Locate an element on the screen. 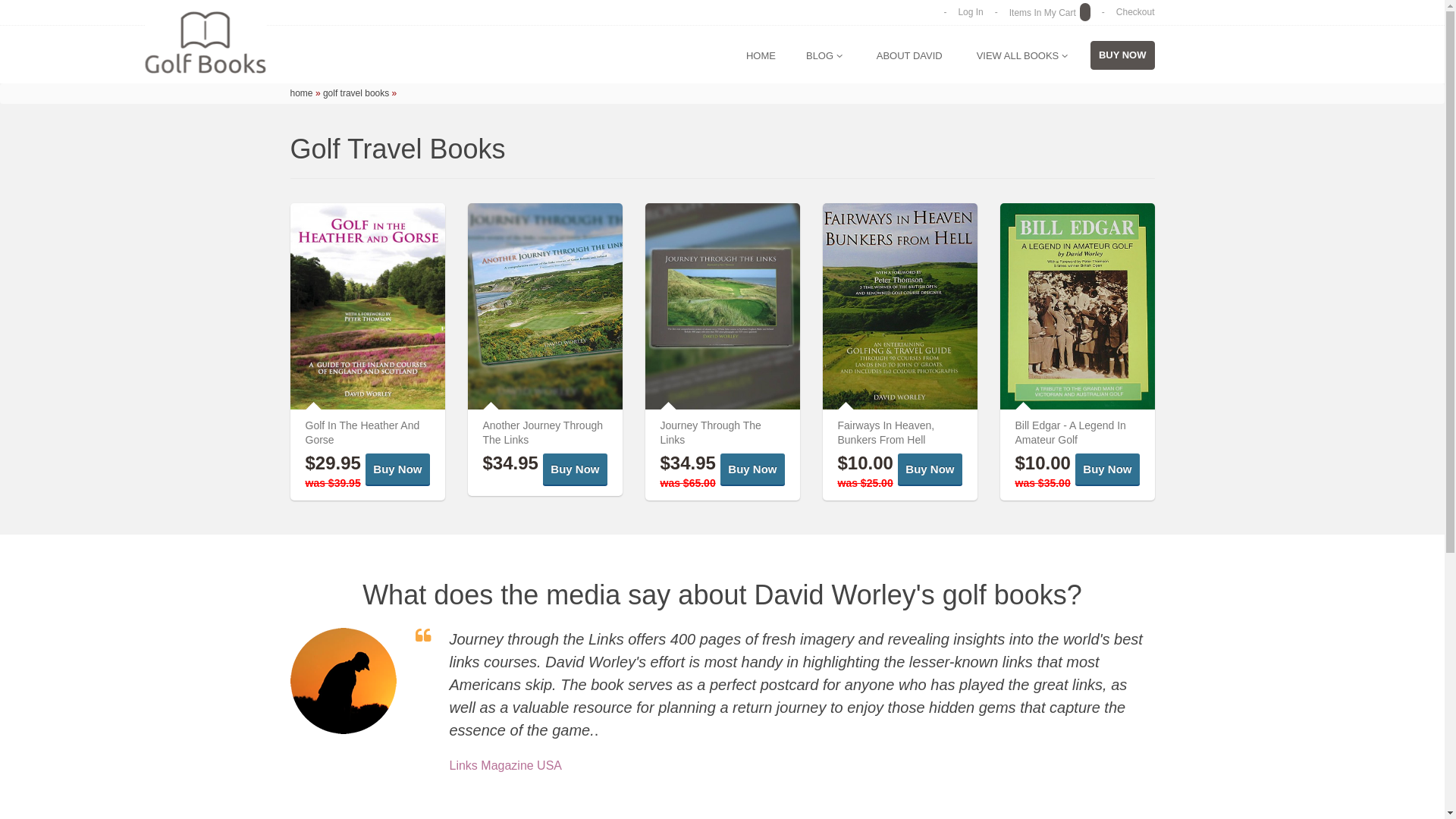 This screenshot has height=819, width=1456. 'BLOG' is located at coordinates (823, 55).